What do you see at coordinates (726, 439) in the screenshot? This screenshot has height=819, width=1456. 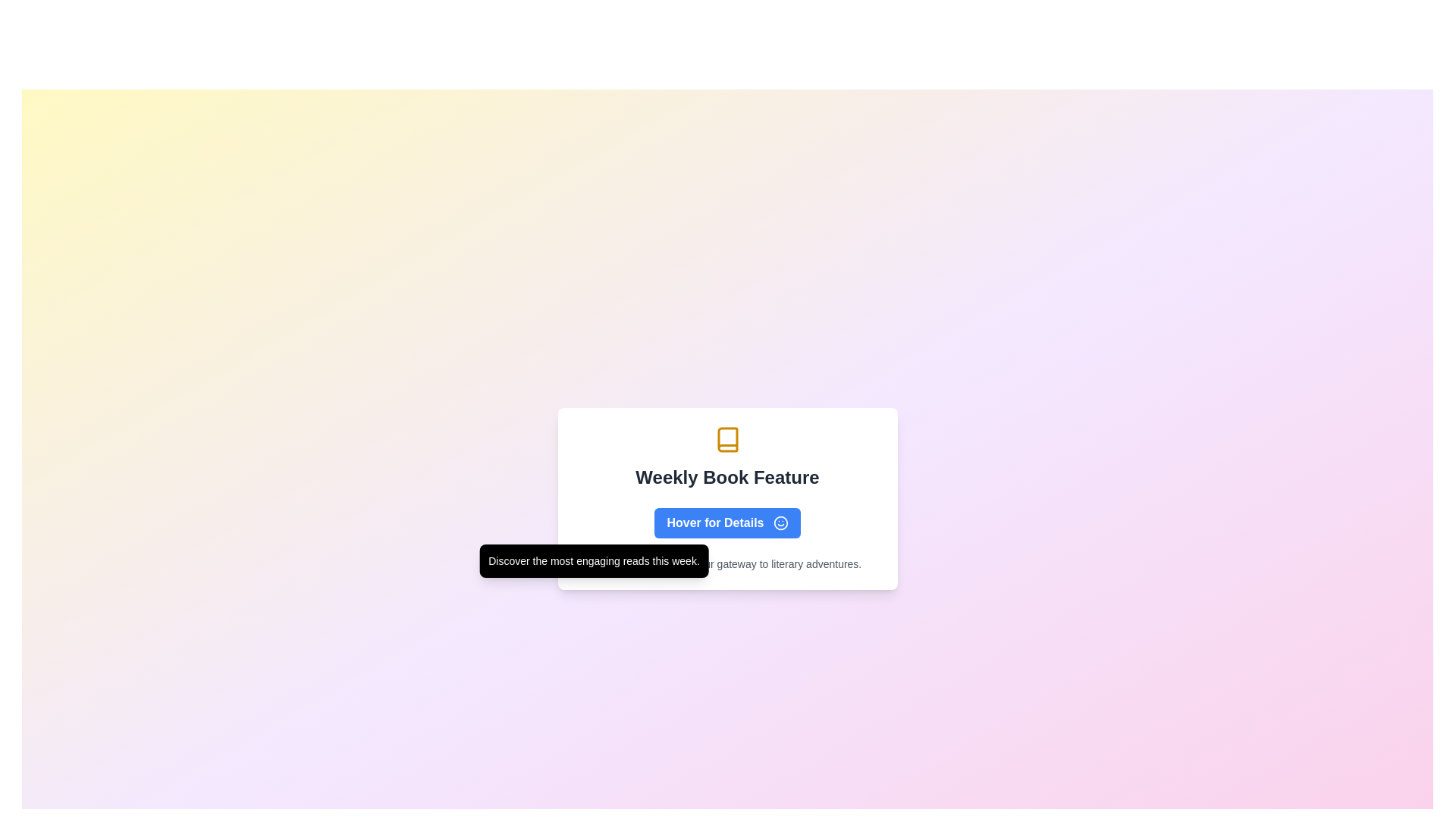 I see `the book icon, which is an SVG representation outlined in yellow, positioned above the 'Weekly Book Feature' text` at bounding box center [726, 439].